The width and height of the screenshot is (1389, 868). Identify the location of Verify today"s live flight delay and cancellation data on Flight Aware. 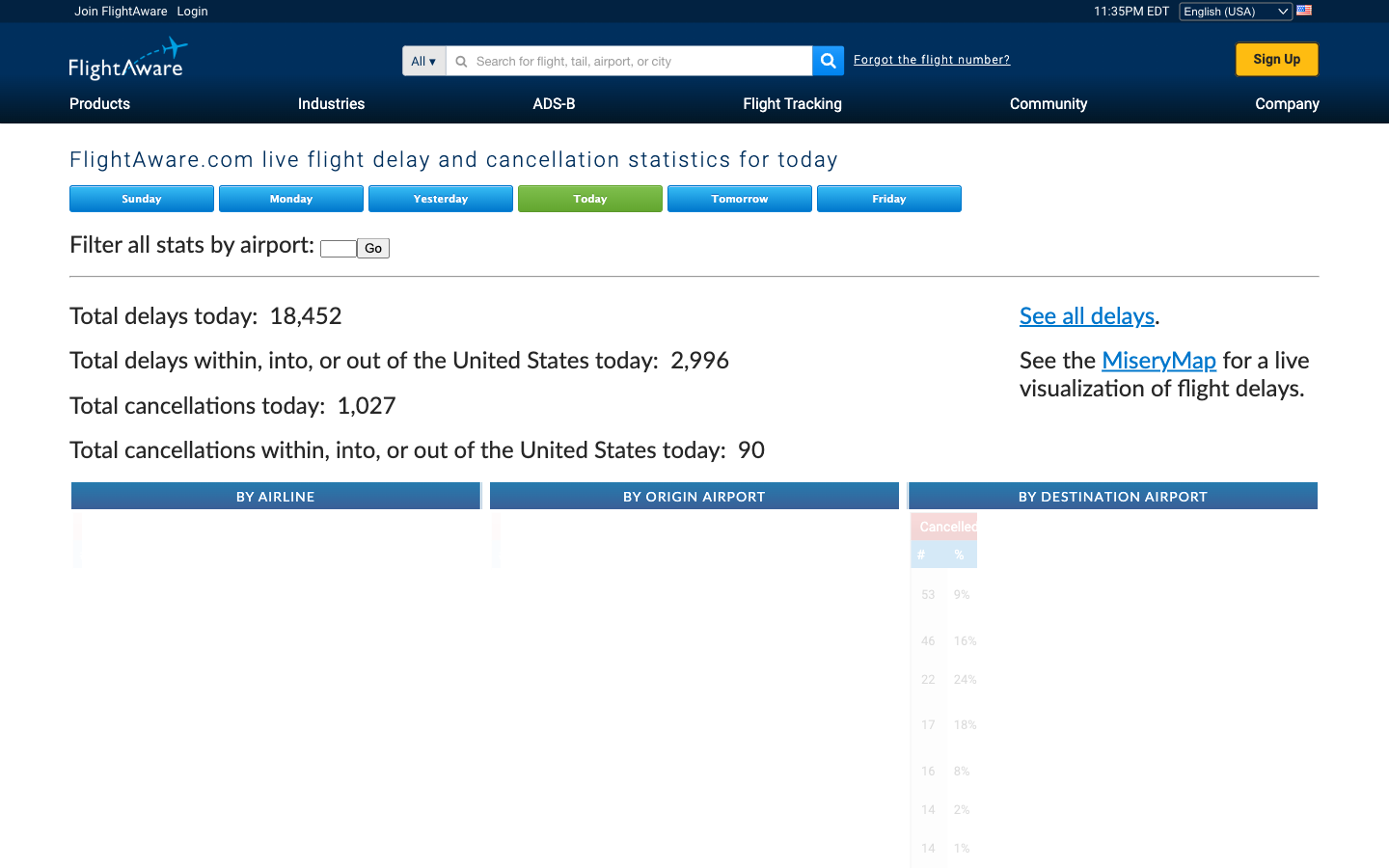
(591, 199).